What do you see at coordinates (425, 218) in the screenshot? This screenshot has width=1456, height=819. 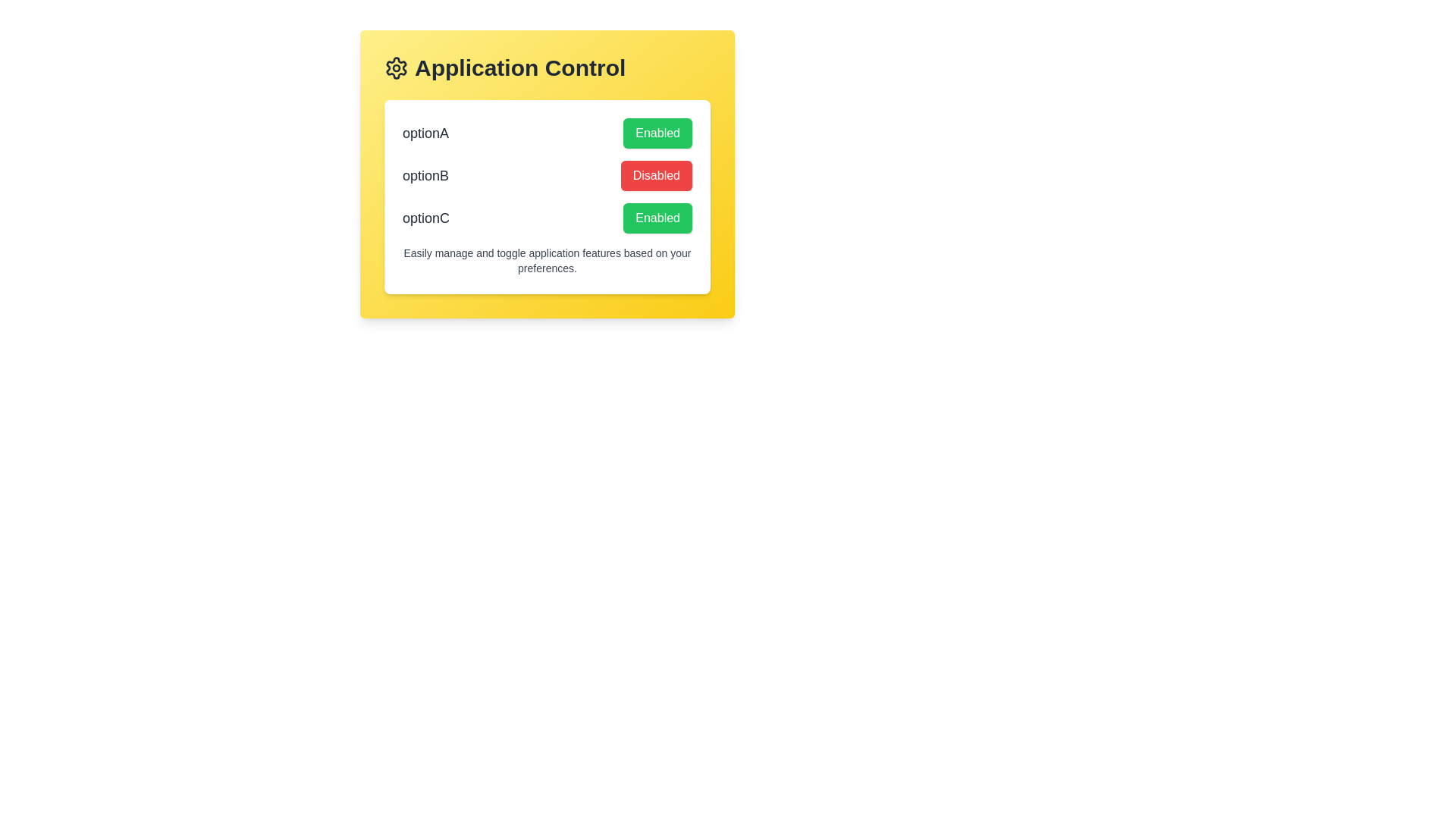 I see `the descriptive Text Label for the 'Enabled' toggle button in the 'Application Control' panel, located in the row labeled 'optionC'` at bounding box center [425, 218].